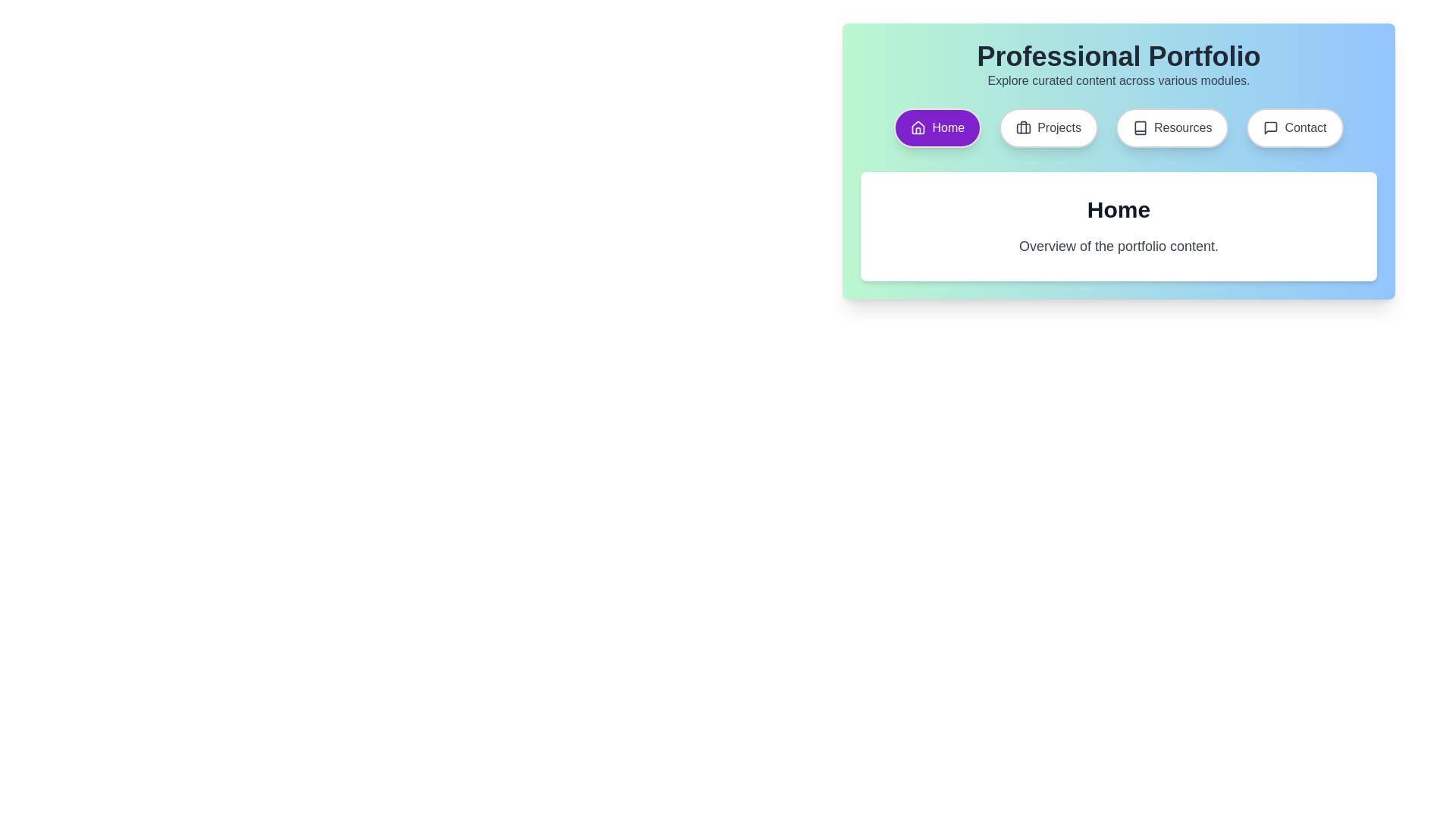 The image size is (1456, 819). I want to click on the Home tab to see the hover effect, so click(937, 127).